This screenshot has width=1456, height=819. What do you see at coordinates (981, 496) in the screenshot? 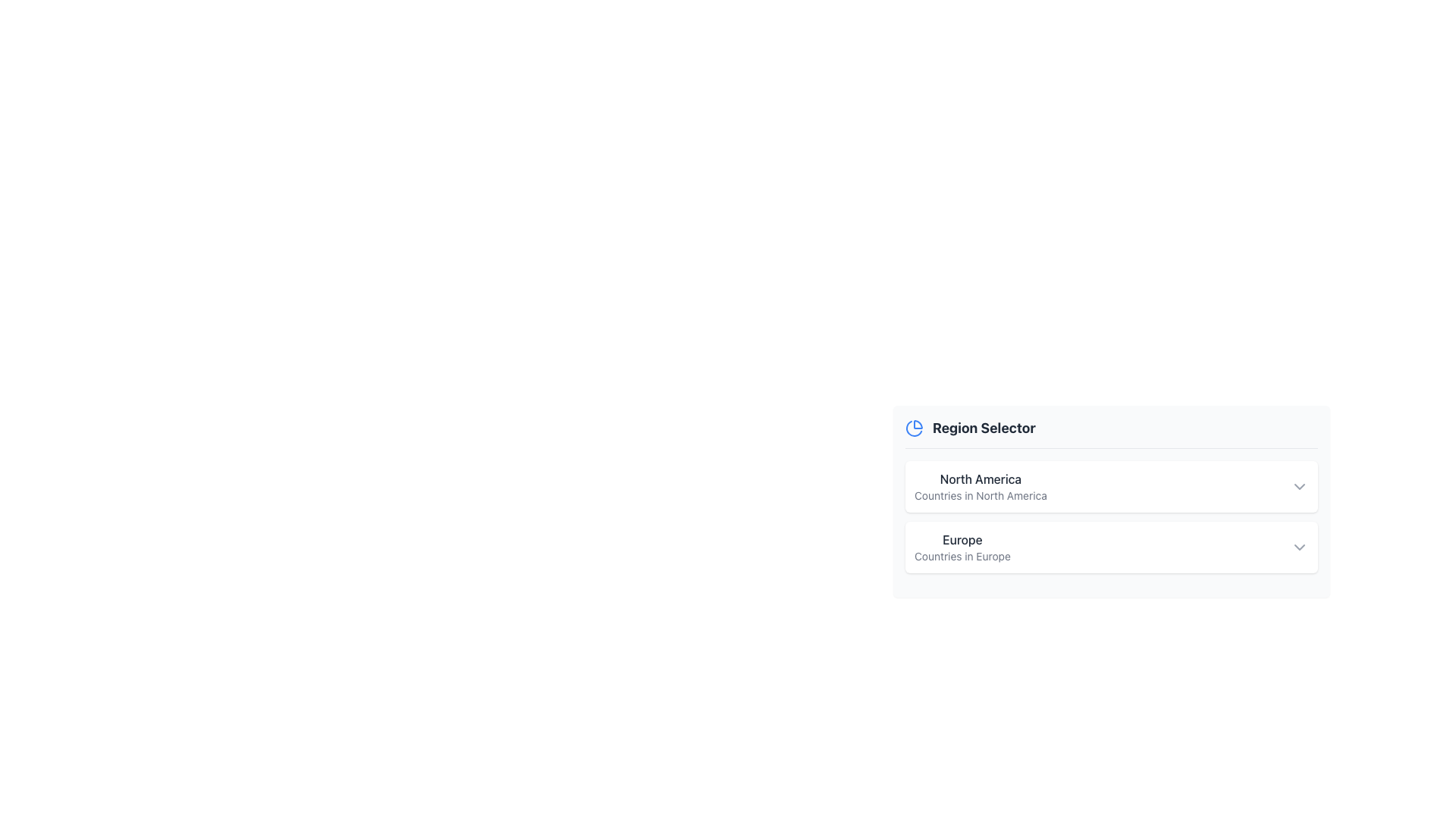
I see `the text label providing supplementary information for 'North America' in the 'Region Selector' section` at bounding box center [981, 496].